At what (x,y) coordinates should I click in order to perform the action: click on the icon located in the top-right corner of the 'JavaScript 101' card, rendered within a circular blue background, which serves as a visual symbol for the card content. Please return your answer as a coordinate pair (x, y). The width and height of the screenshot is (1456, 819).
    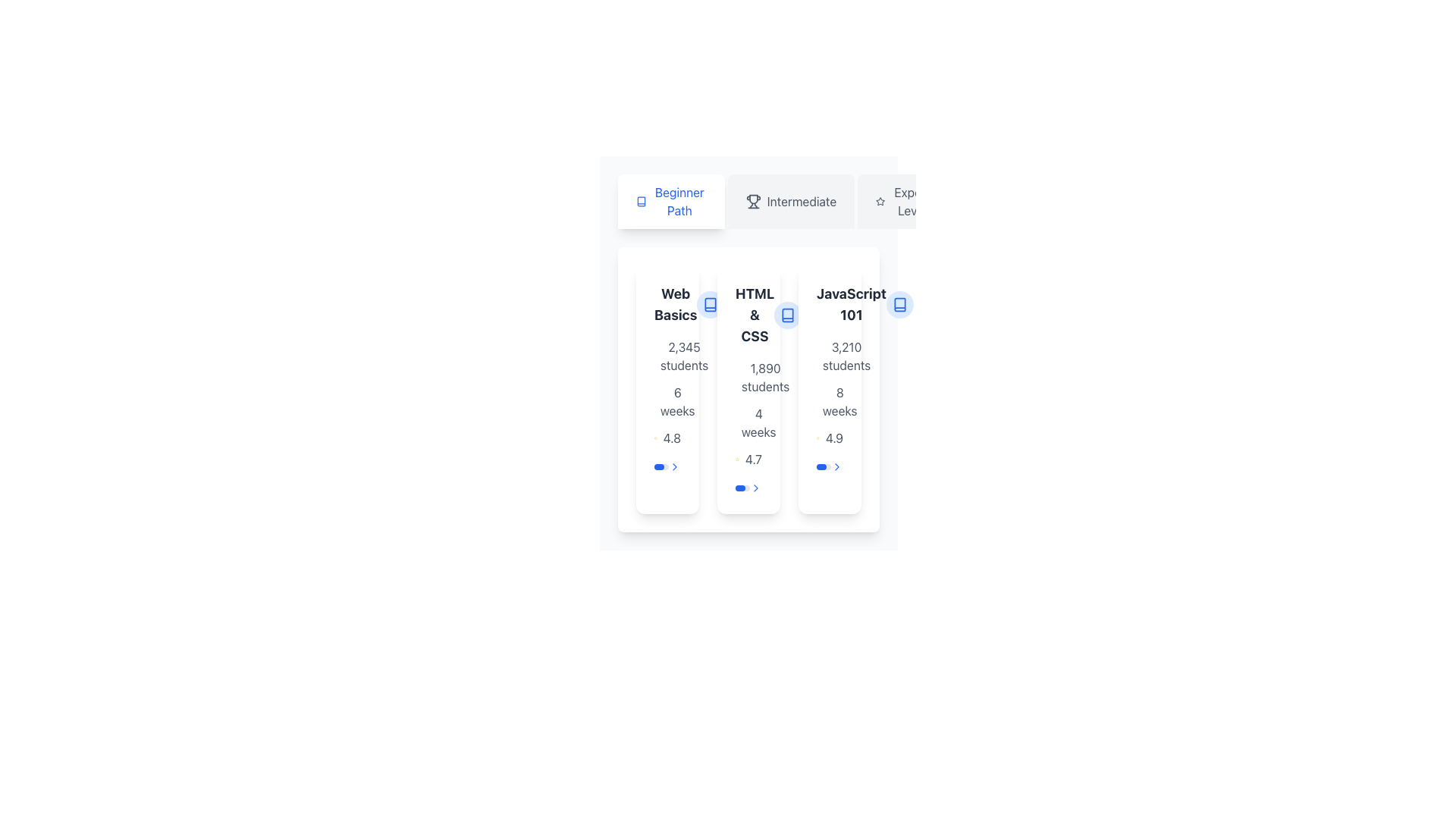
    Looking at the image, I should click on (899, 304).